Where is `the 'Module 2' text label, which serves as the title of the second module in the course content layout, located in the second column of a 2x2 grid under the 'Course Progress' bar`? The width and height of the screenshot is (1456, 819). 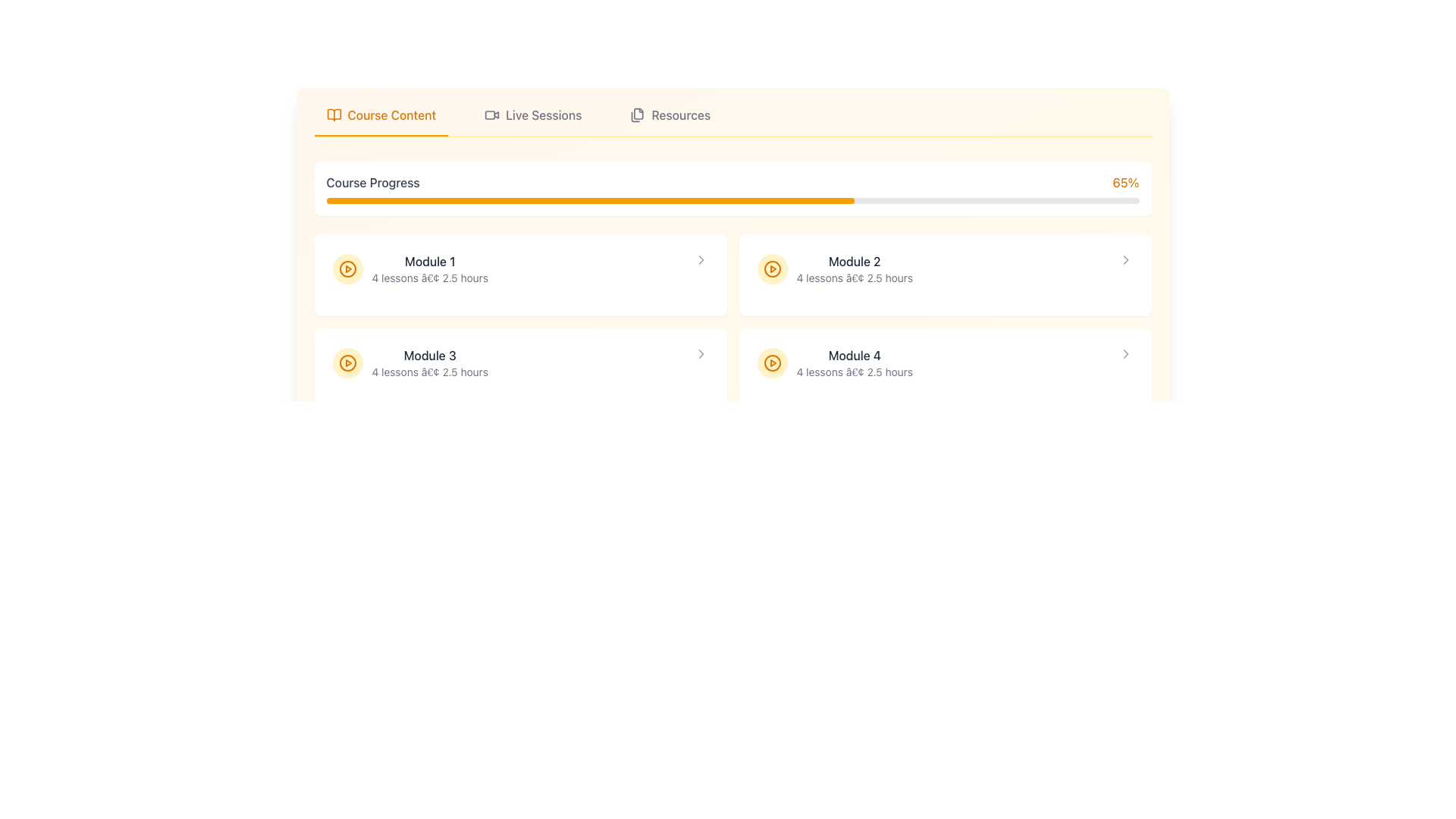
the 'Module 2' text label, which serves as the title of the second module in the course content layout, located in the second column of a 2x2 grid under the 'Course Progress' bar is located at coordinates (855, 260).